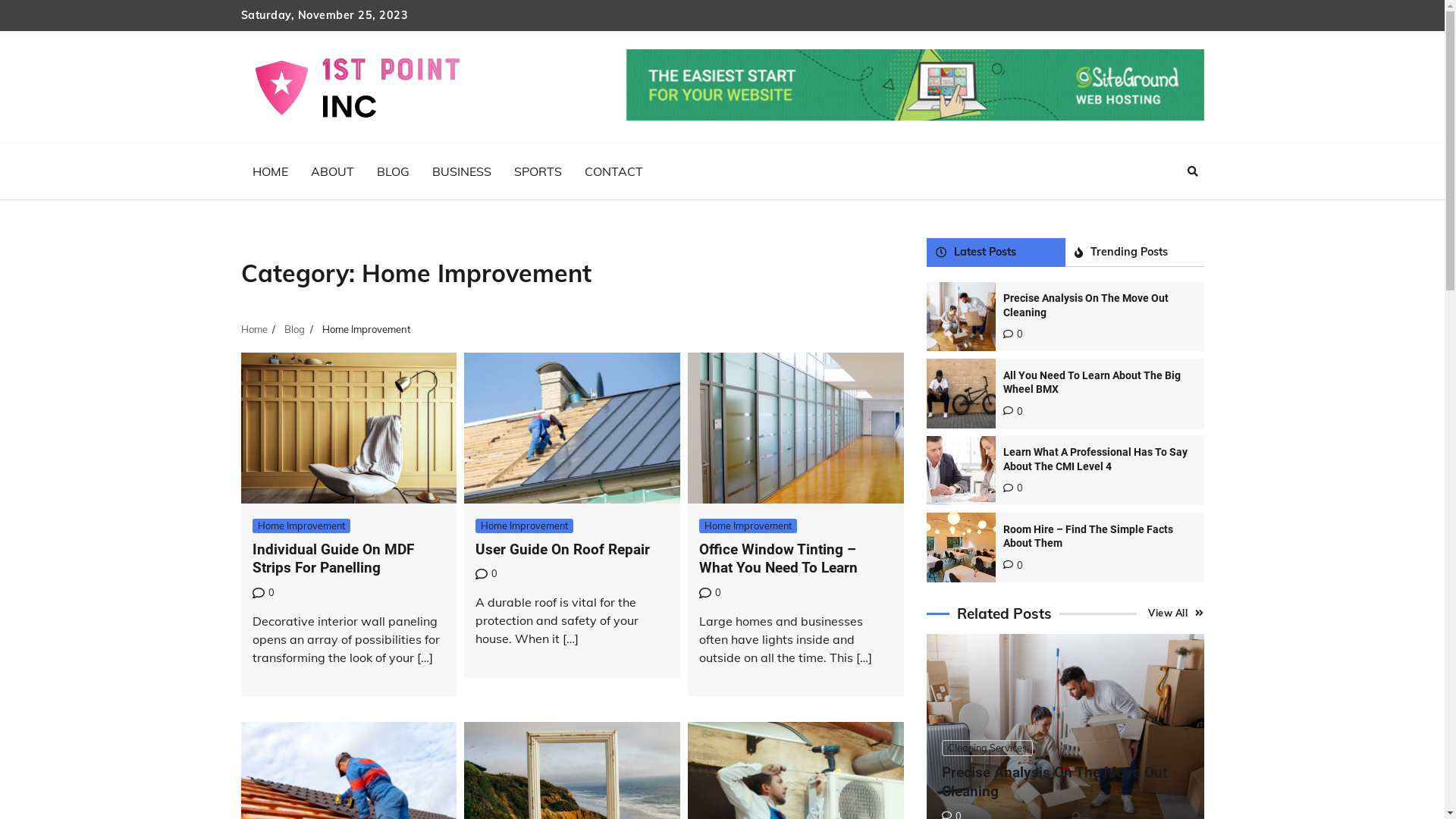 The image size is (1456, 819). Describe the element at coordinates (613, 171) in the screenshot. I see `'CONTACT'` at that location.